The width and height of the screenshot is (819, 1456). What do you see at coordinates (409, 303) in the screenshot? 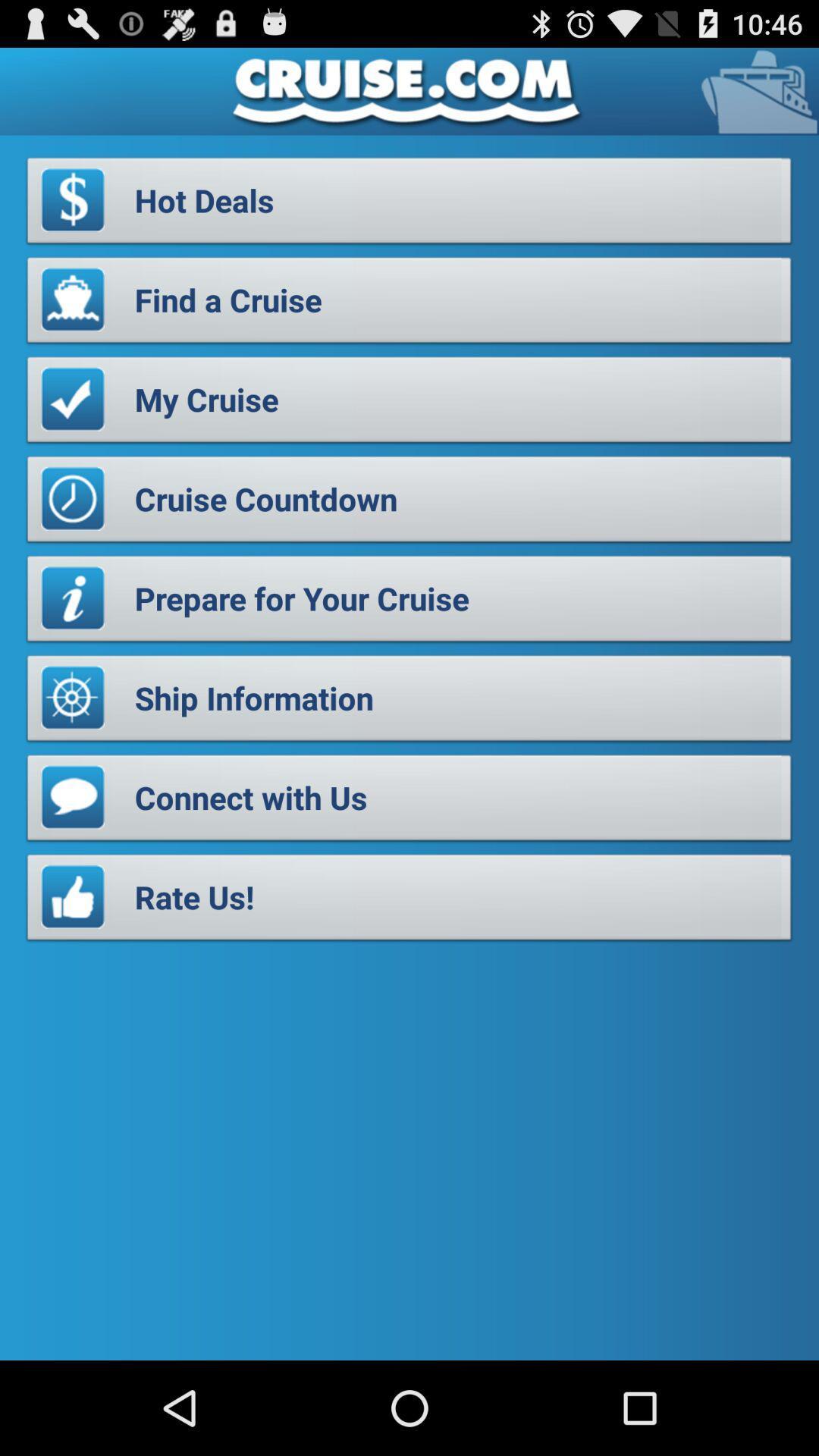
I see `the find a cruise` at bounding box center [409, 303].